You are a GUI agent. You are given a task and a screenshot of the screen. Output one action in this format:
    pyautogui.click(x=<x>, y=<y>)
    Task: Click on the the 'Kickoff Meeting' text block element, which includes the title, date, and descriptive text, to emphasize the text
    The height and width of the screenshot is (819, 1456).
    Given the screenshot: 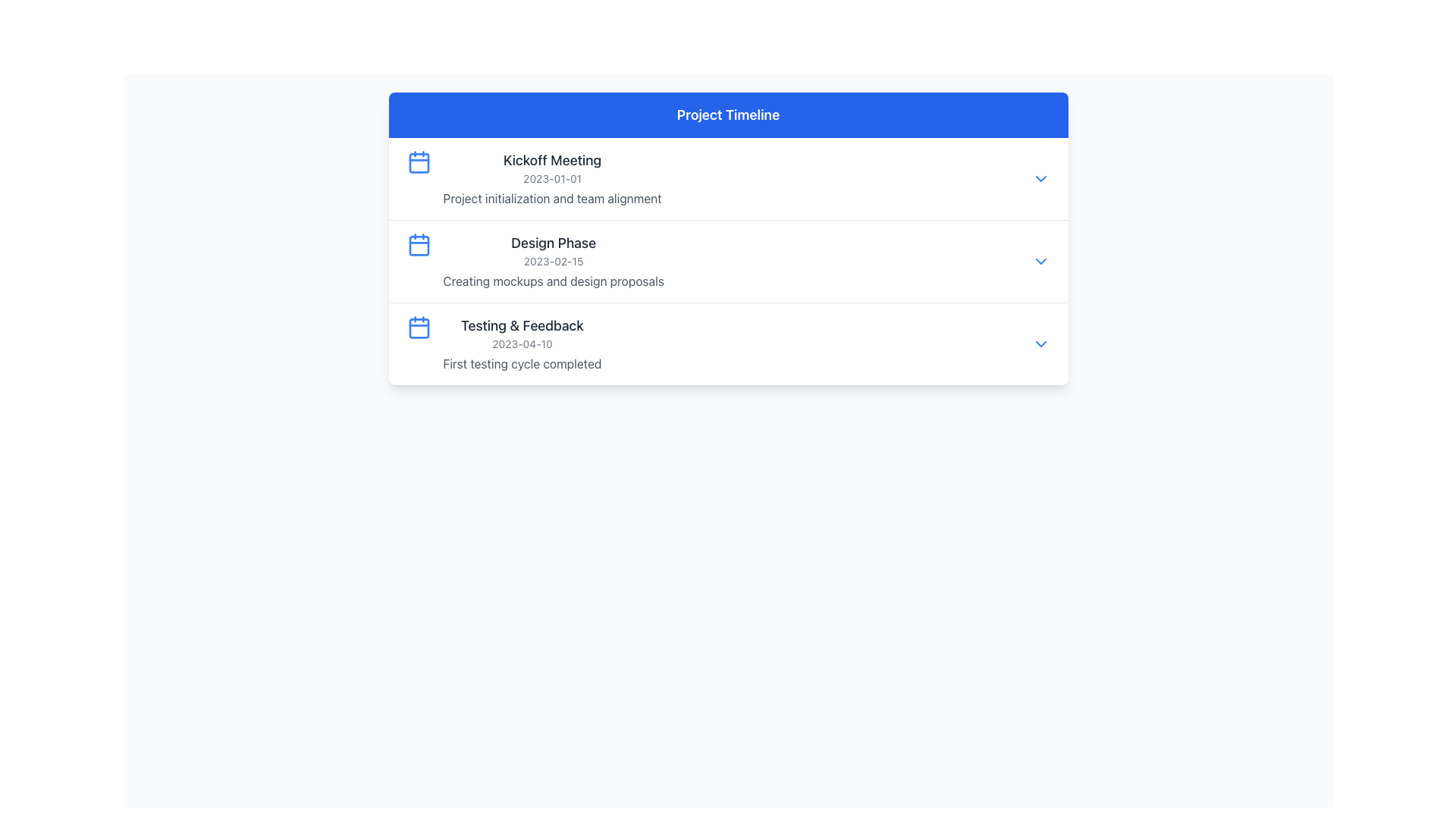 What is the action you would take?
    pyautogui.click(x=551, y=177)
    